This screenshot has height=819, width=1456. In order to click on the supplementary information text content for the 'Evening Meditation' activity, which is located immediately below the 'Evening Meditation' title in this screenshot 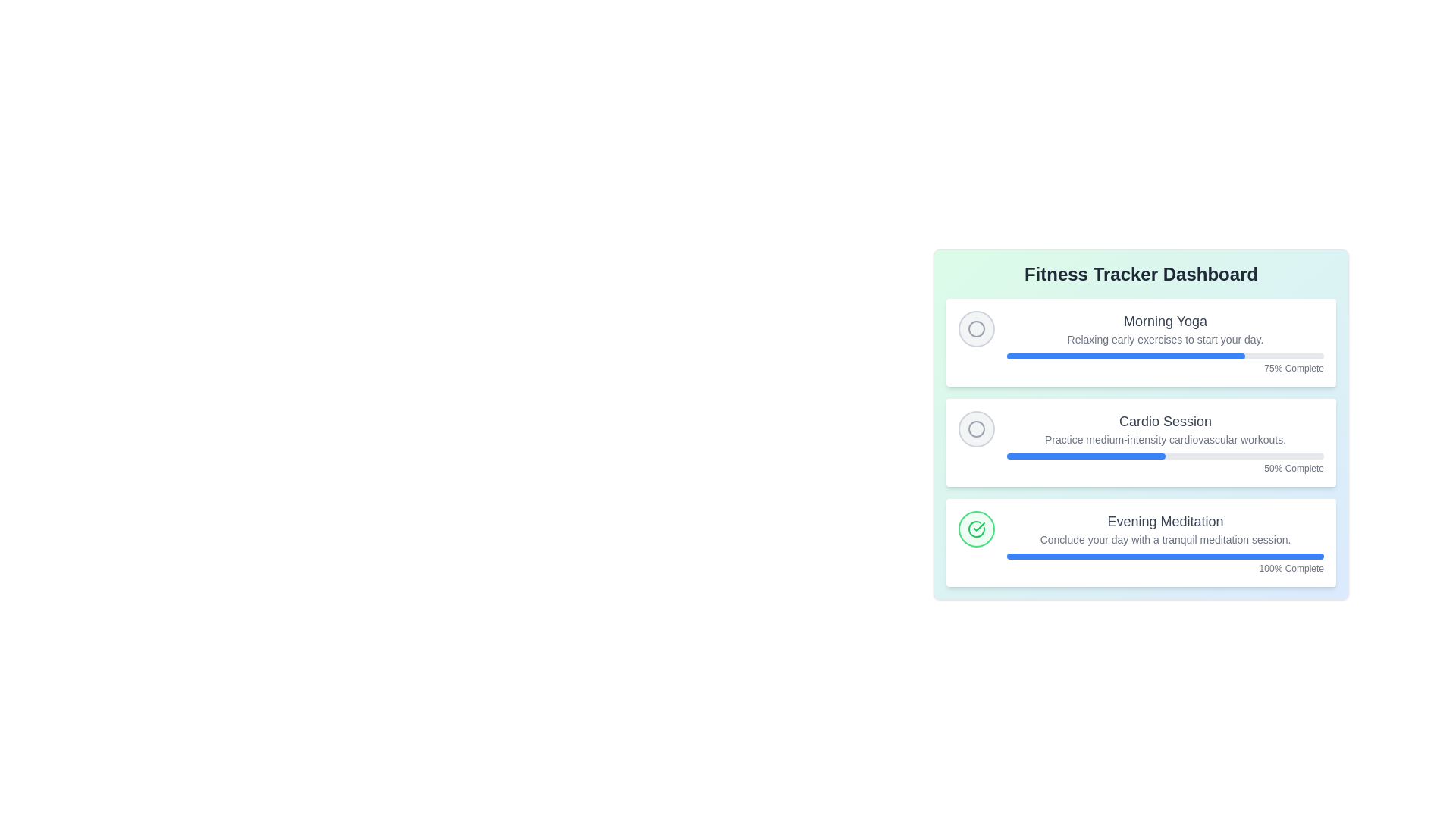, I will do `click(1164, 539)`.